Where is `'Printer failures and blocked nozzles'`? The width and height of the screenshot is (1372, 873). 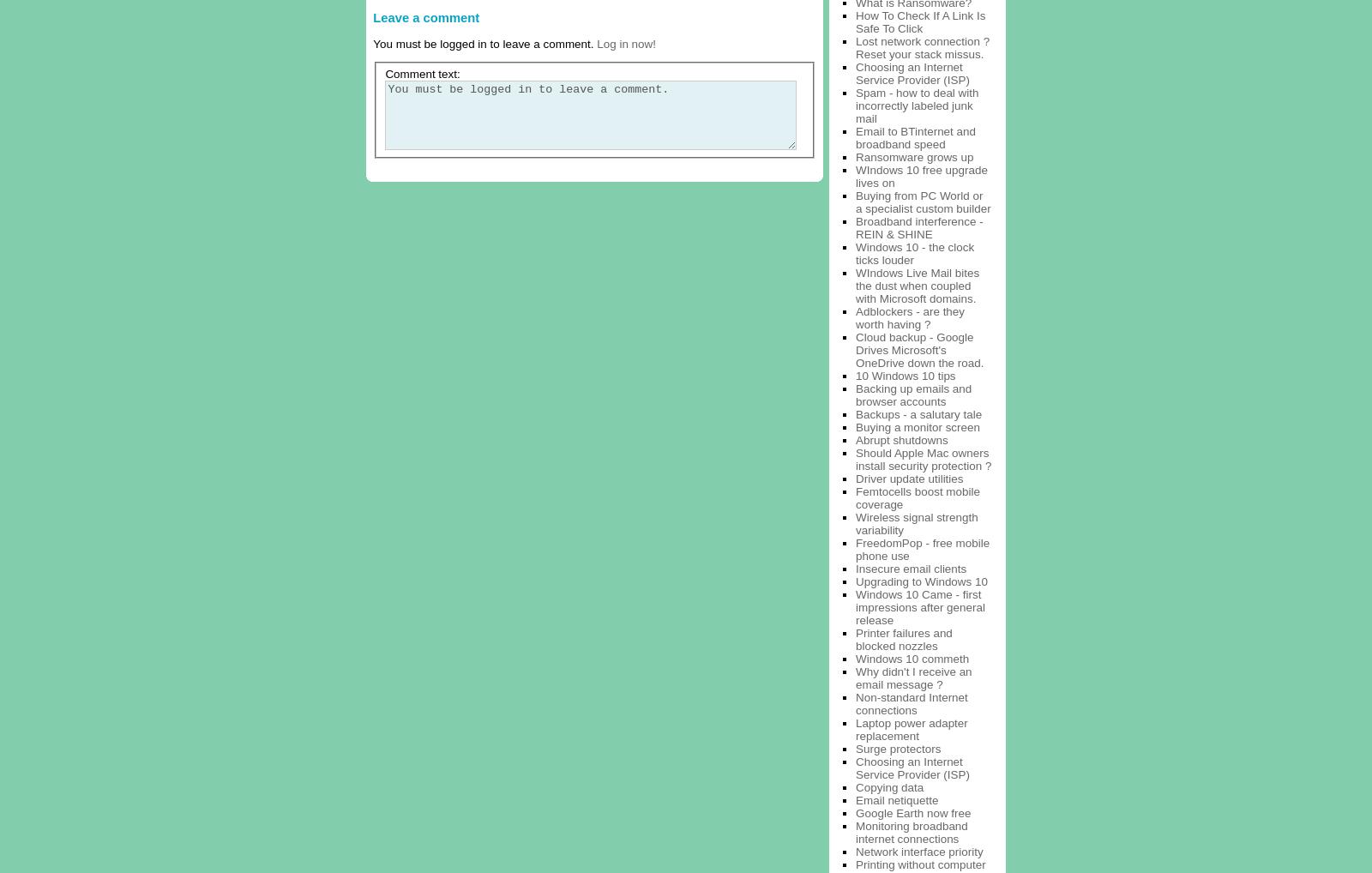 'Printer failures and blocked nozzles' is located at coordinates (855, 637).